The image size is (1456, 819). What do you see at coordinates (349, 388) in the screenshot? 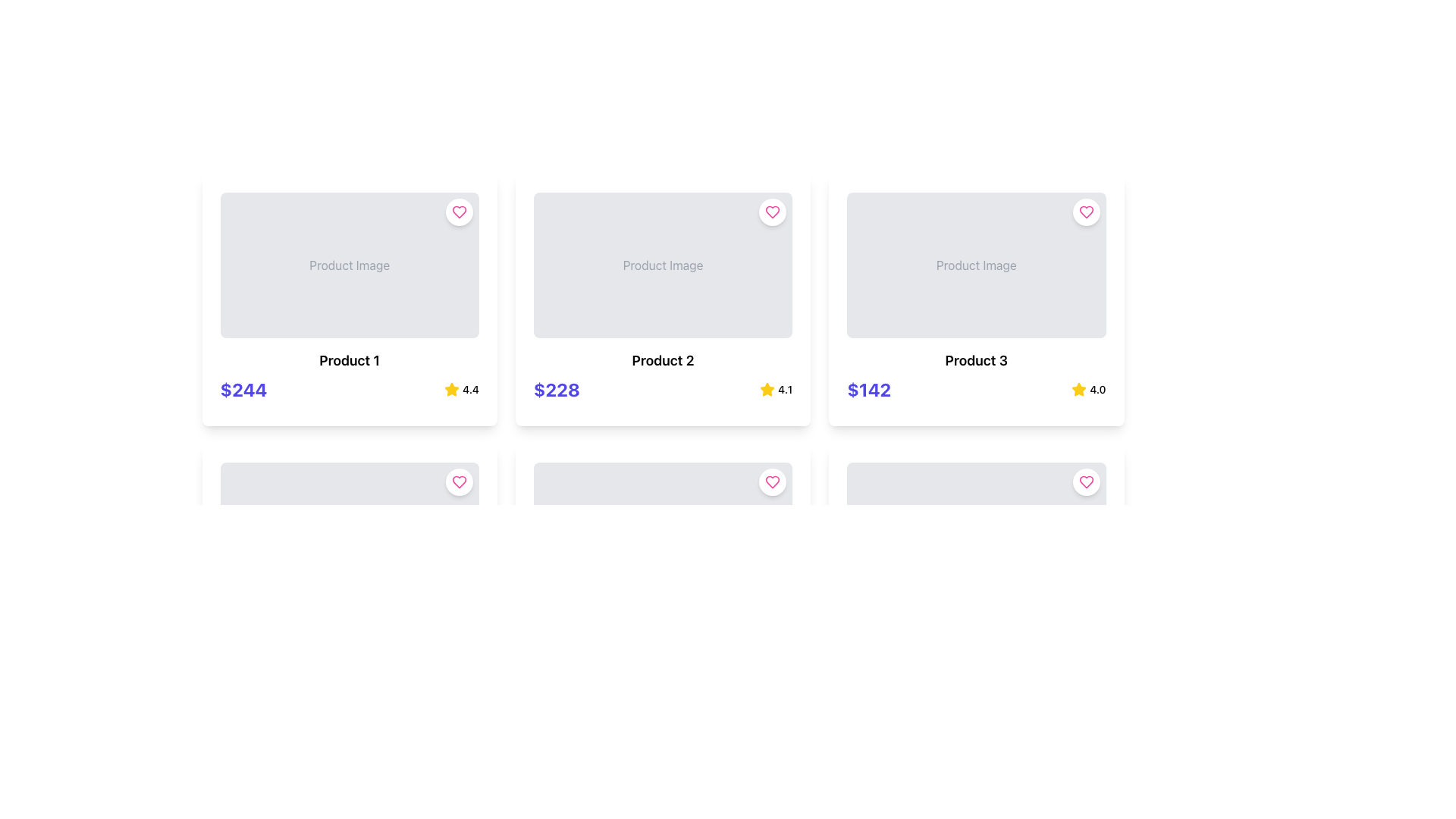
I see `the Information display element that shows the price '$244' and user rating '4.4' for 'Product 1'` at bounding box center [349, 388].